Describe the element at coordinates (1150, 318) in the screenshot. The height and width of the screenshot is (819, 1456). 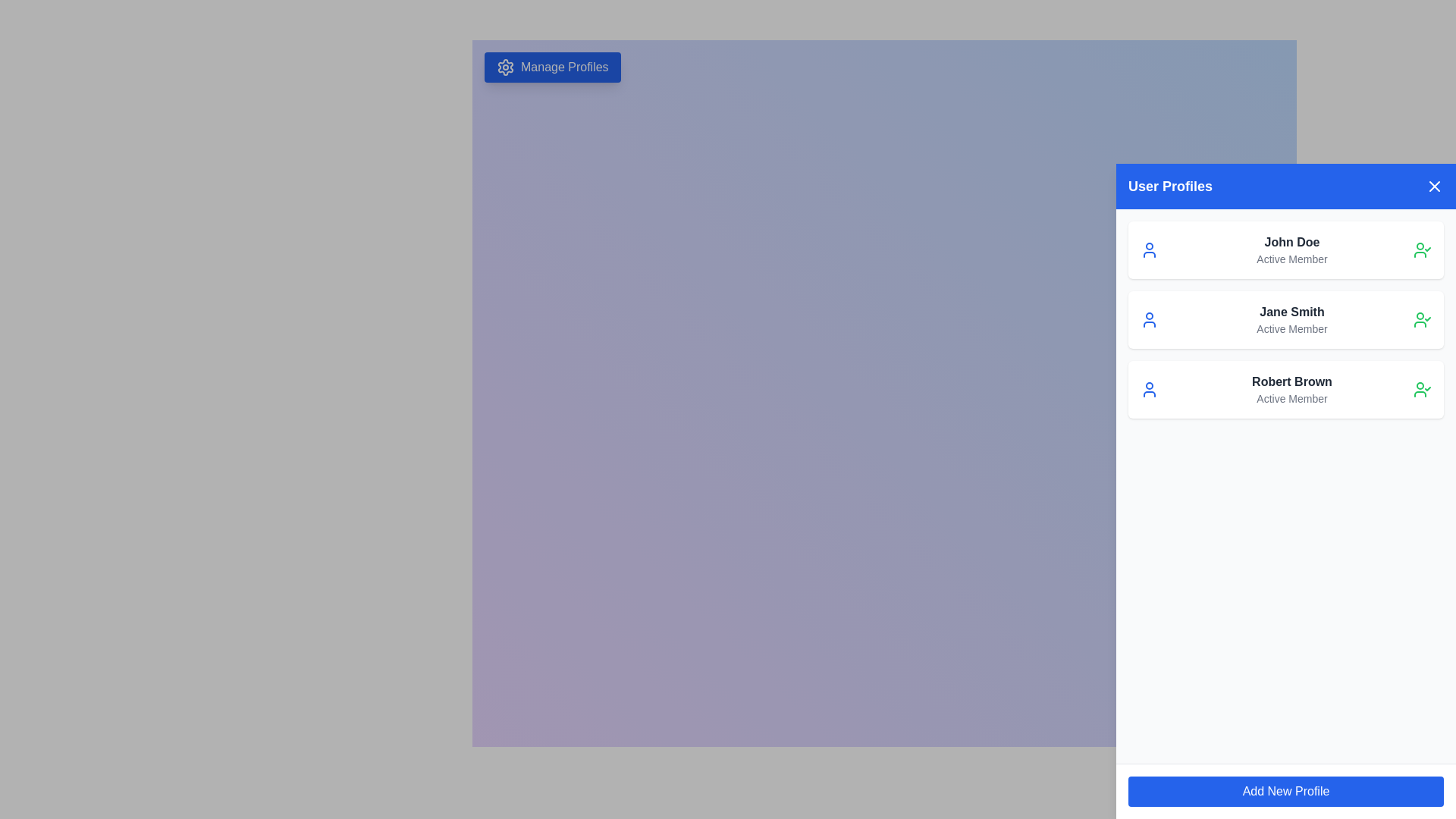
I see `the user silhouette icon on the profile card for 'Jane Smith, Active Member', which is the second card in the user list` at that location.